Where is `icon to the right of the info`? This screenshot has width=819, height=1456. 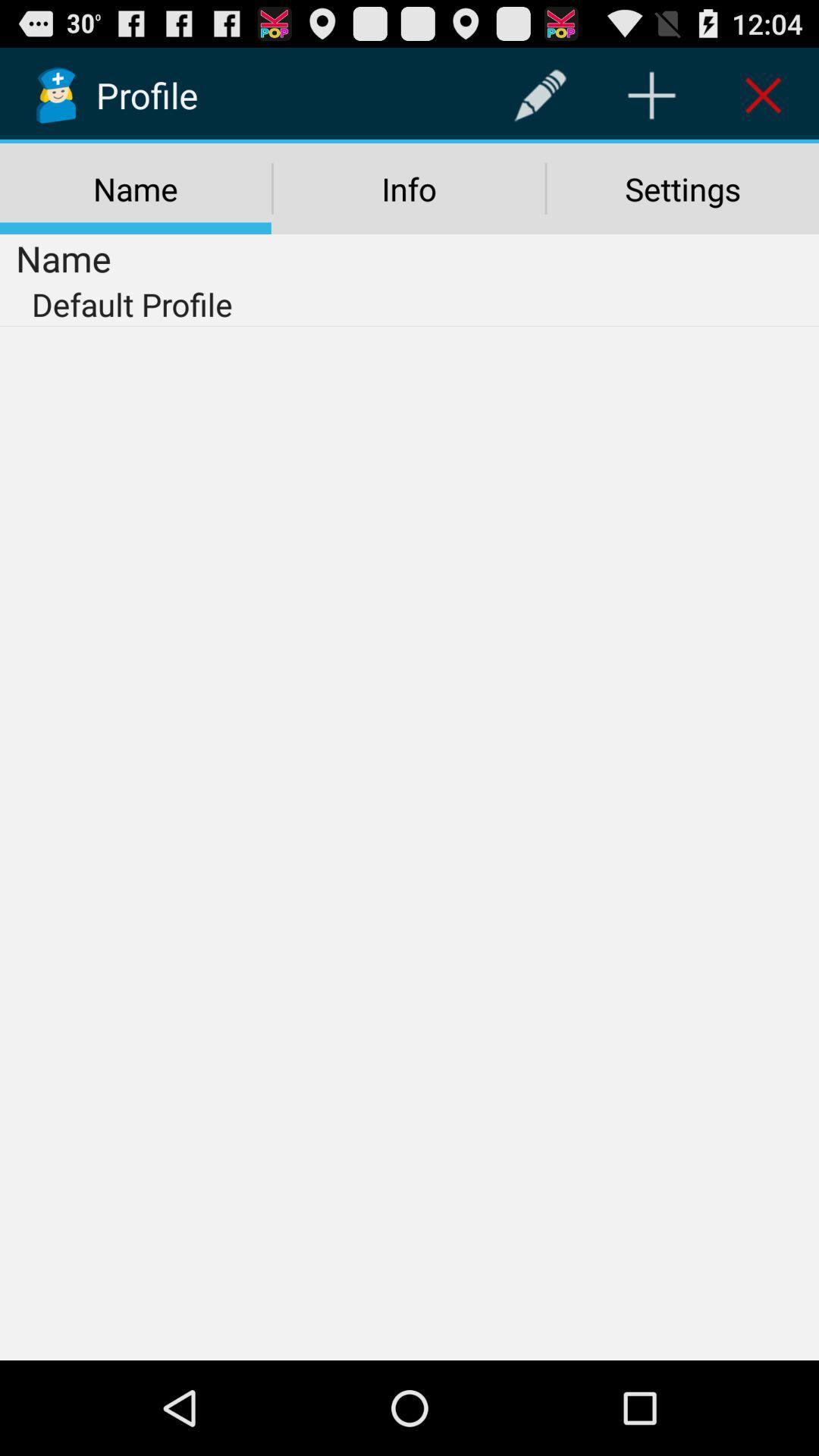 icon to the right of the info is located at coordinates (682, 188).